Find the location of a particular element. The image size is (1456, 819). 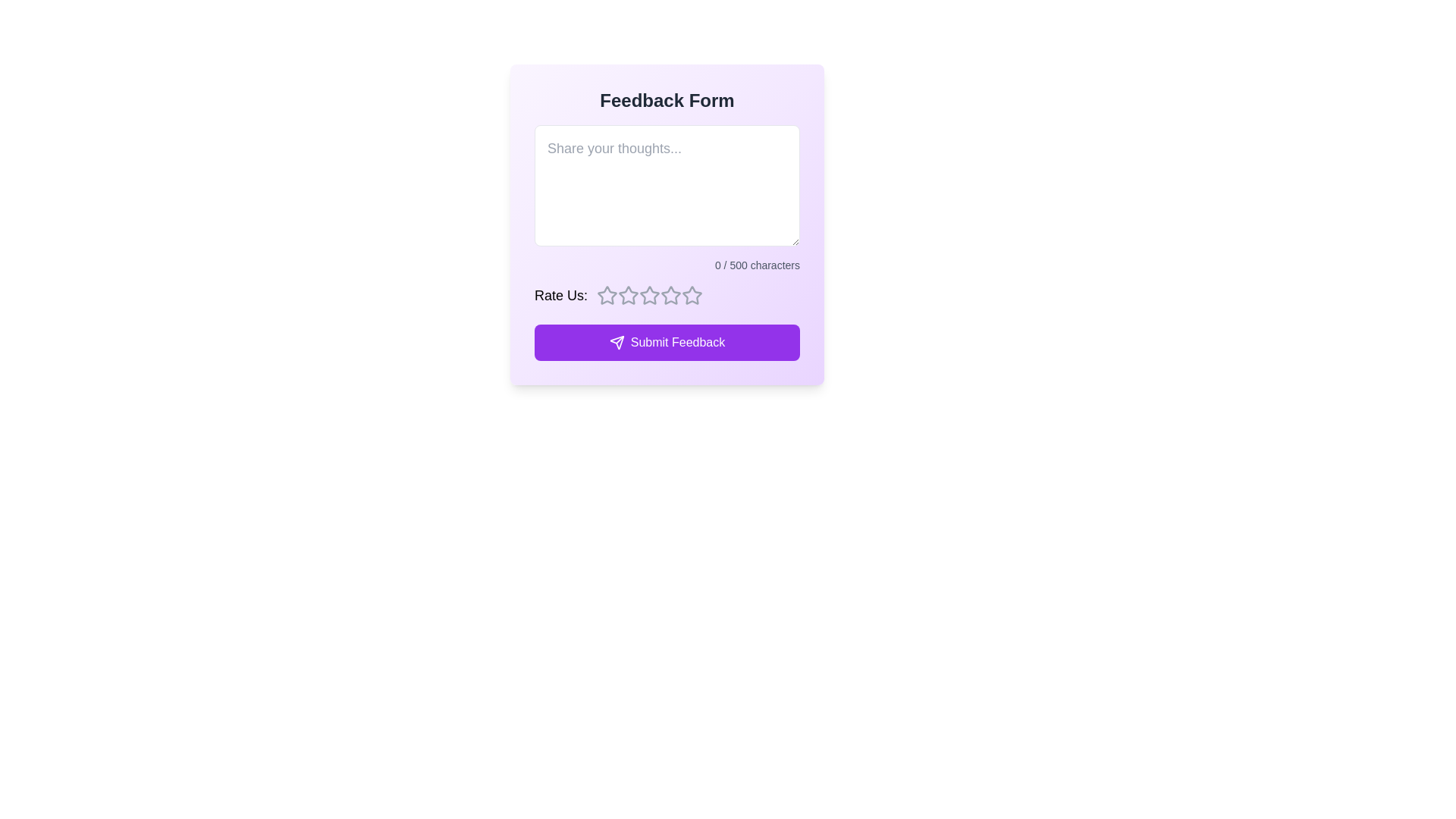

the first star icon representing a one-star rating is located at coordinates (629, 295).